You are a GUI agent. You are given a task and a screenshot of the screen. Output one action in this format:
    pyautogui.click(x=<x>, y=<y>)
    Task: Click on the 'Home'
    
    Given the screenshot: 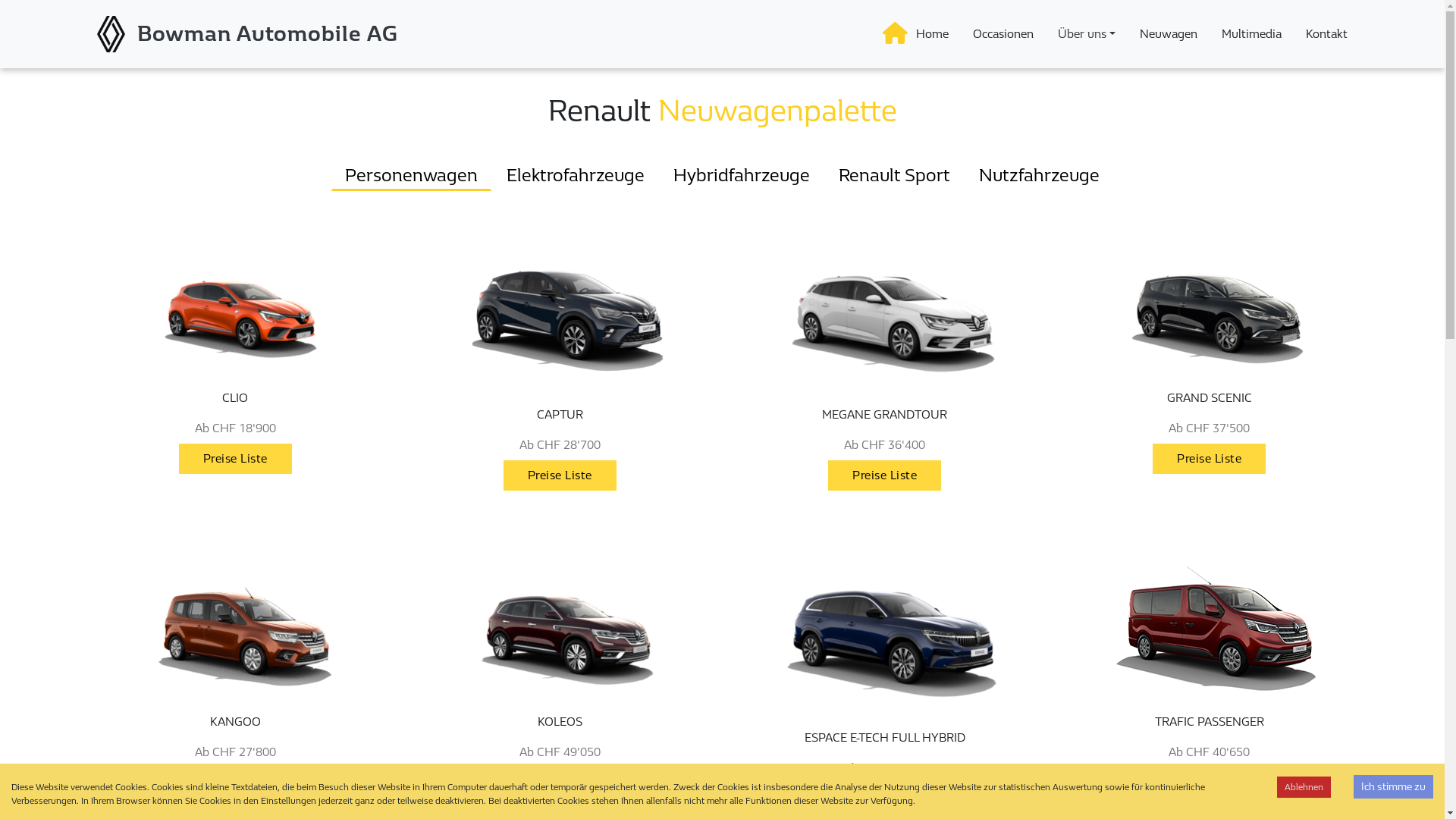 What is the action you would take?
    pyautogui.click(x=931, y=34)
    